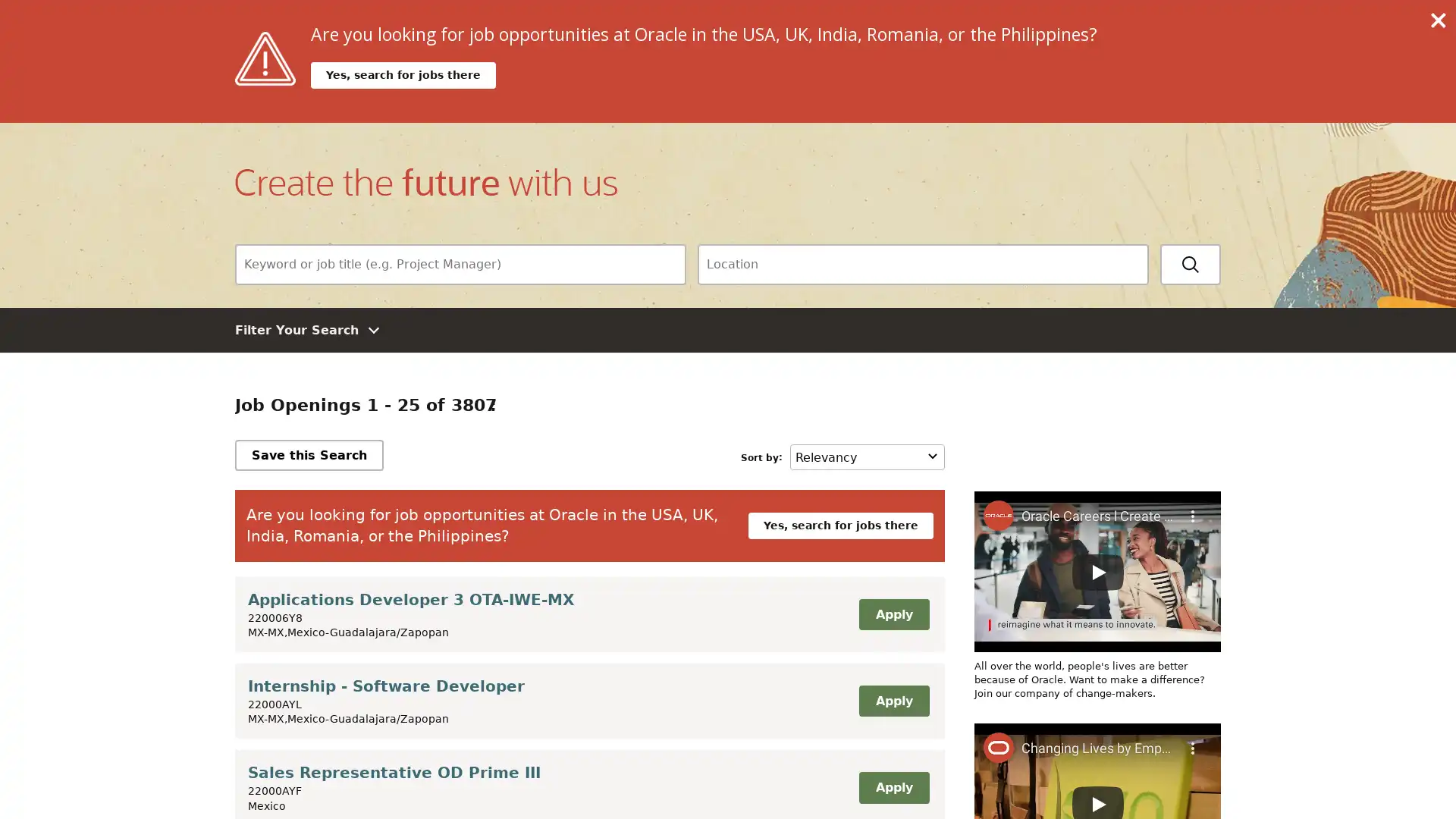 This screenshot has height=819, width=1456. What do you see at coordinates (894, 614) in the screenshot?
I see `Apply` at bounding box center [894, 614].